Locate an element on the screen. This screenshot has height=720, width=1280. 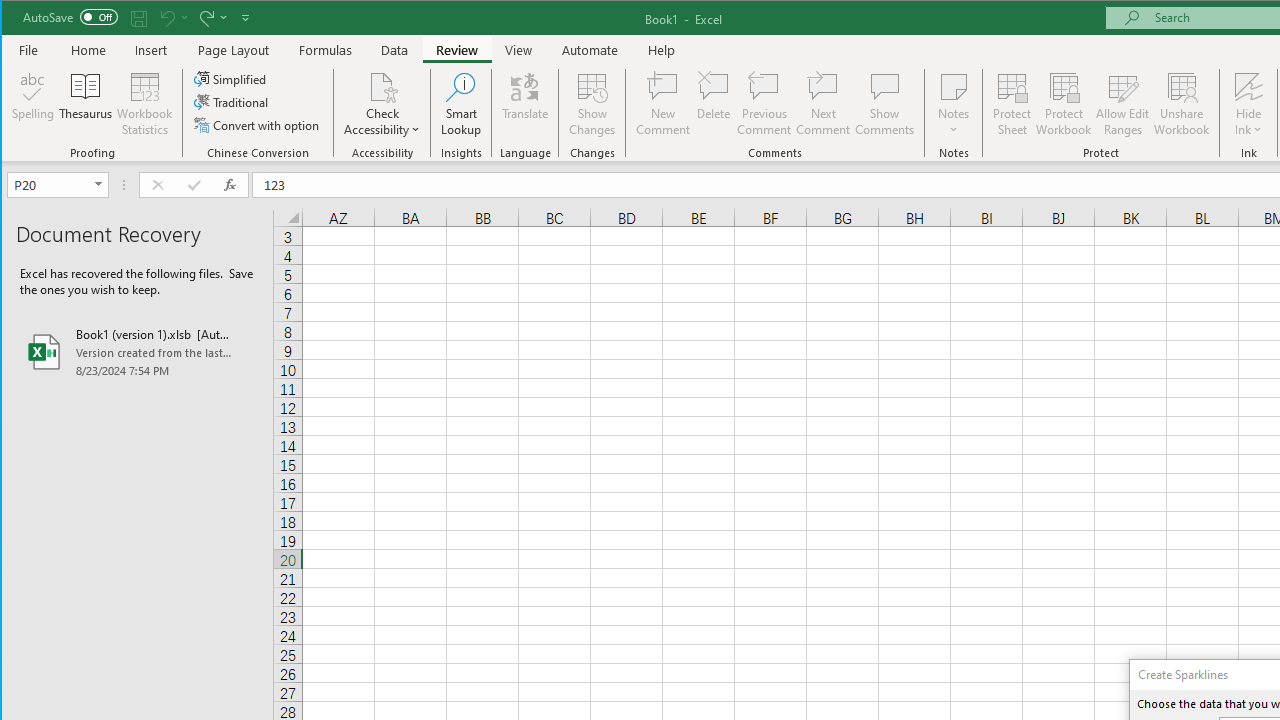
'File Tab' is located at coordinates (29, 49).